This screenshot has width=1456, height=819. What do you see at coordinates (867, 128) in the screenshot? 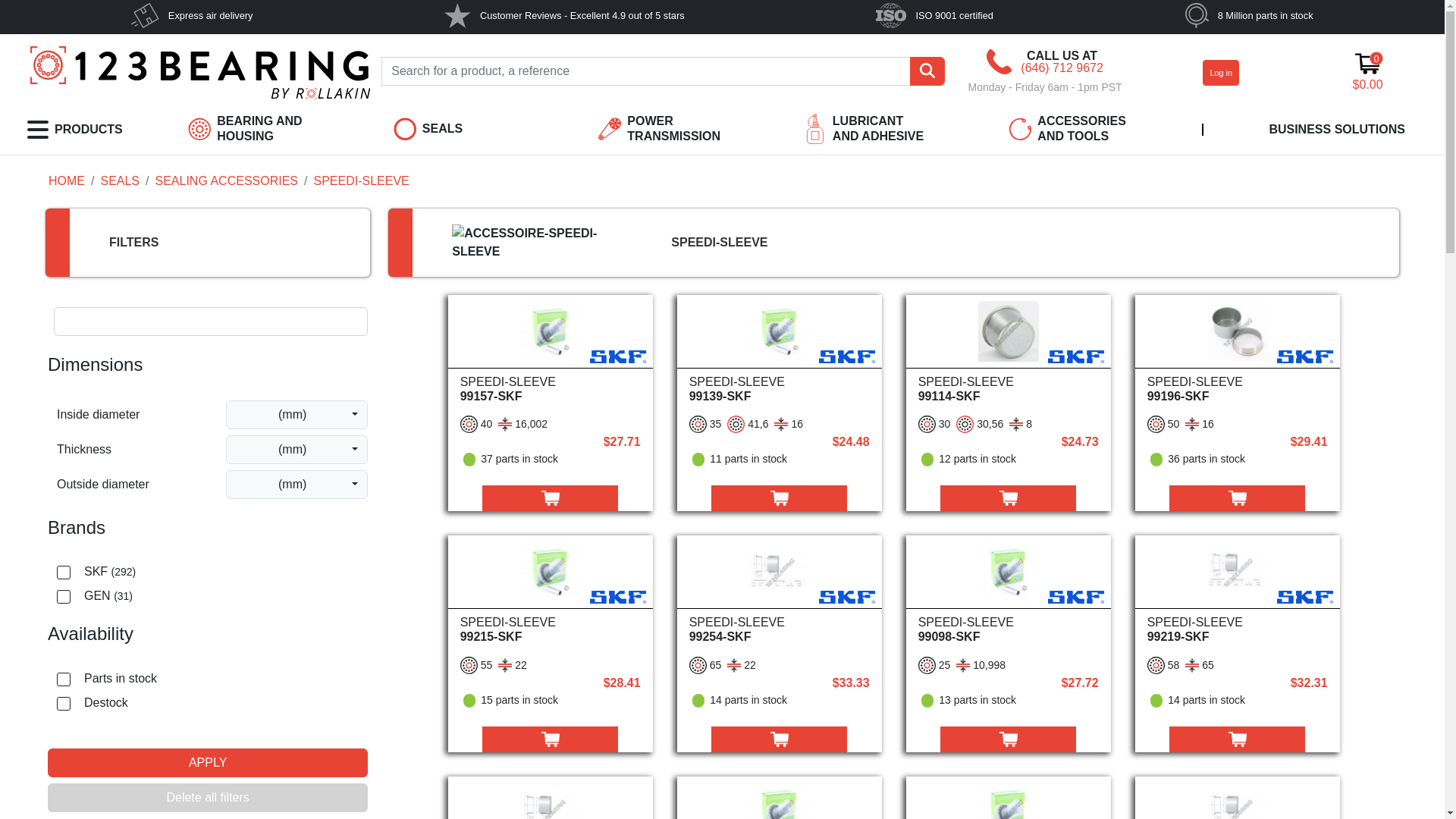
I see `'LUBRICANT AND ADHESIVE'` at bounding box center [867, 128].